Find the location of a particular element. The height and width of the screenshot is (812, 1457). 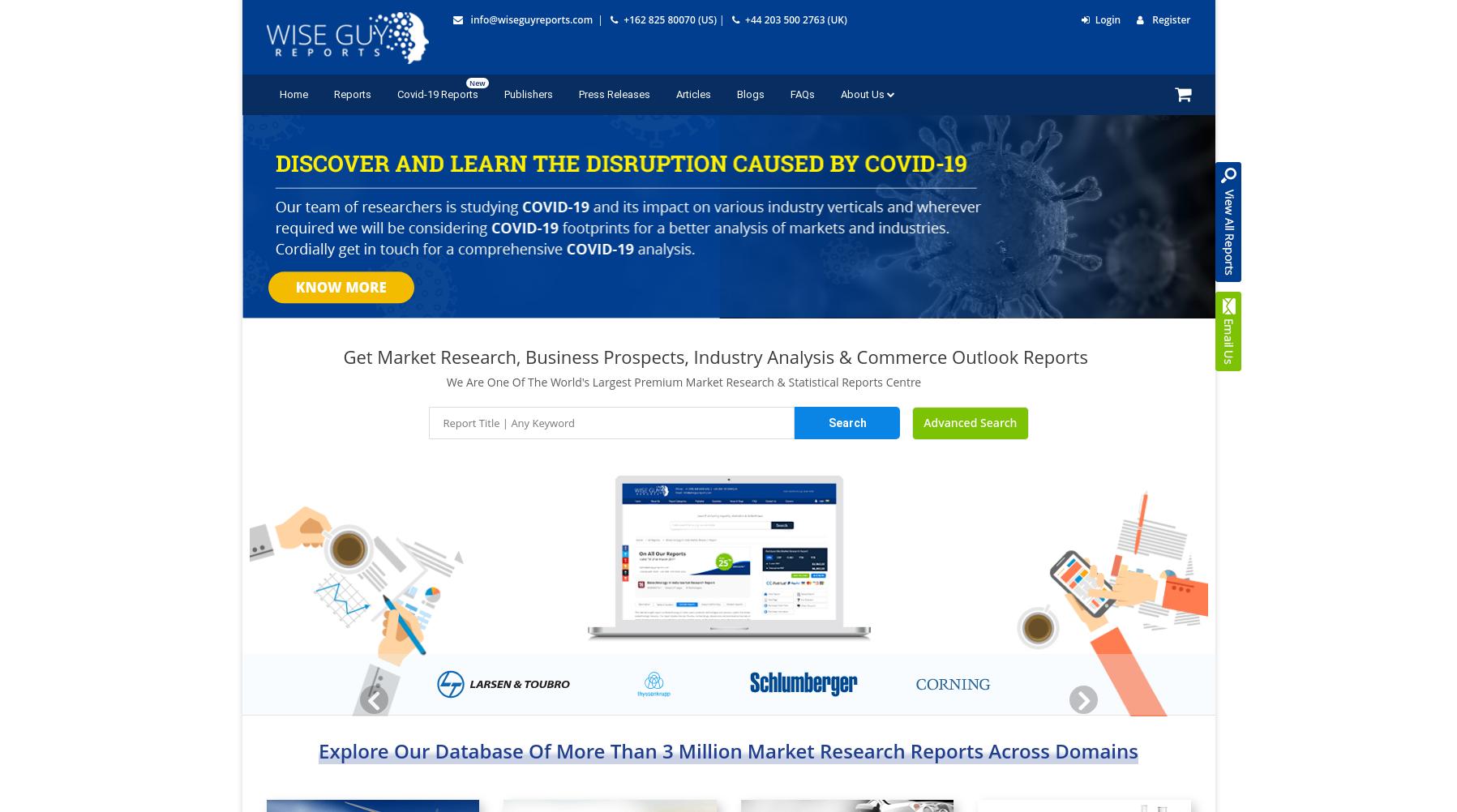

'Blogs' is located at coordinates (749, 93).